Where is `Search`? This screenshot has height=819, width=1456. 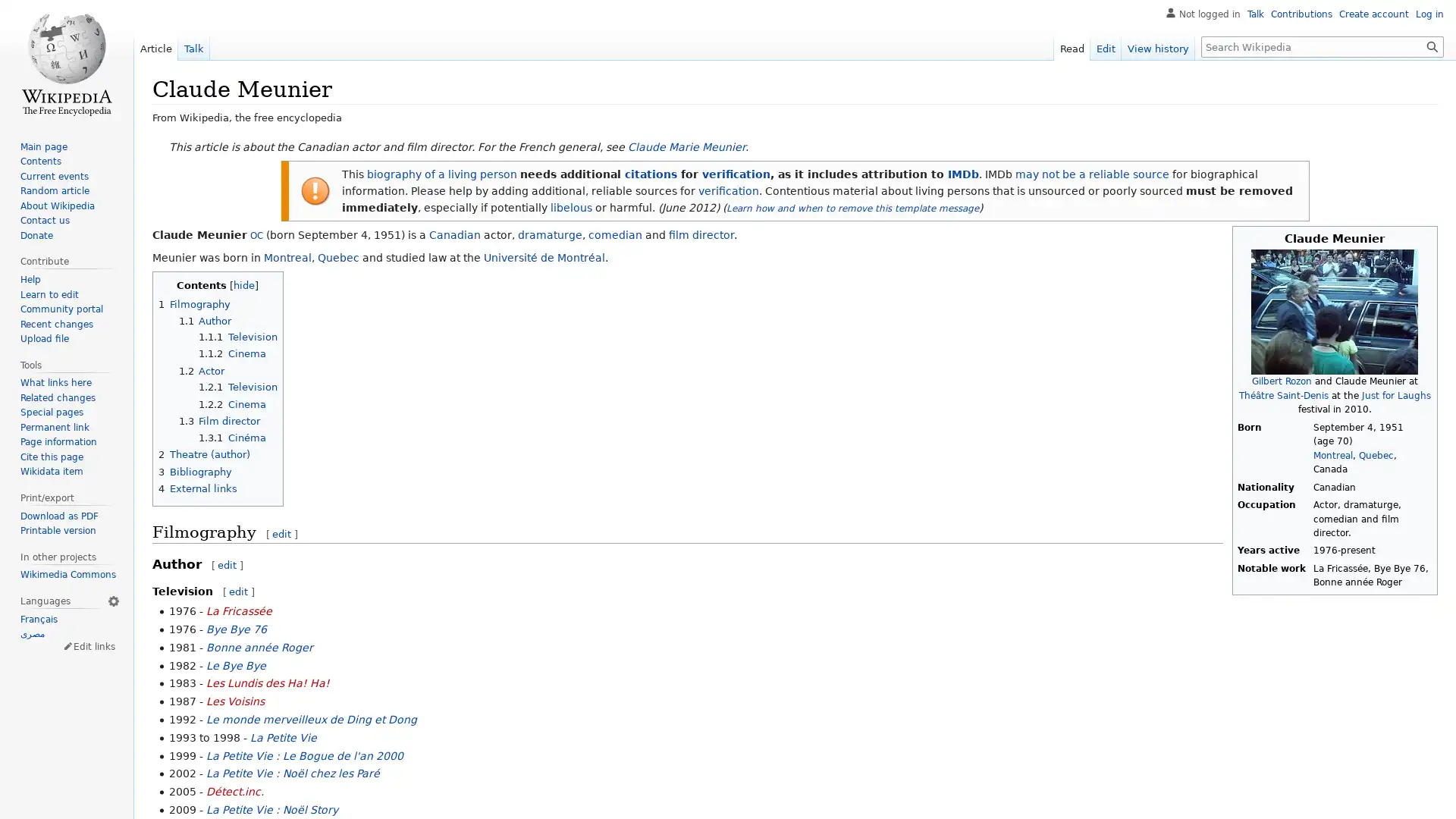
Search is located at coordinates (1432, 45).